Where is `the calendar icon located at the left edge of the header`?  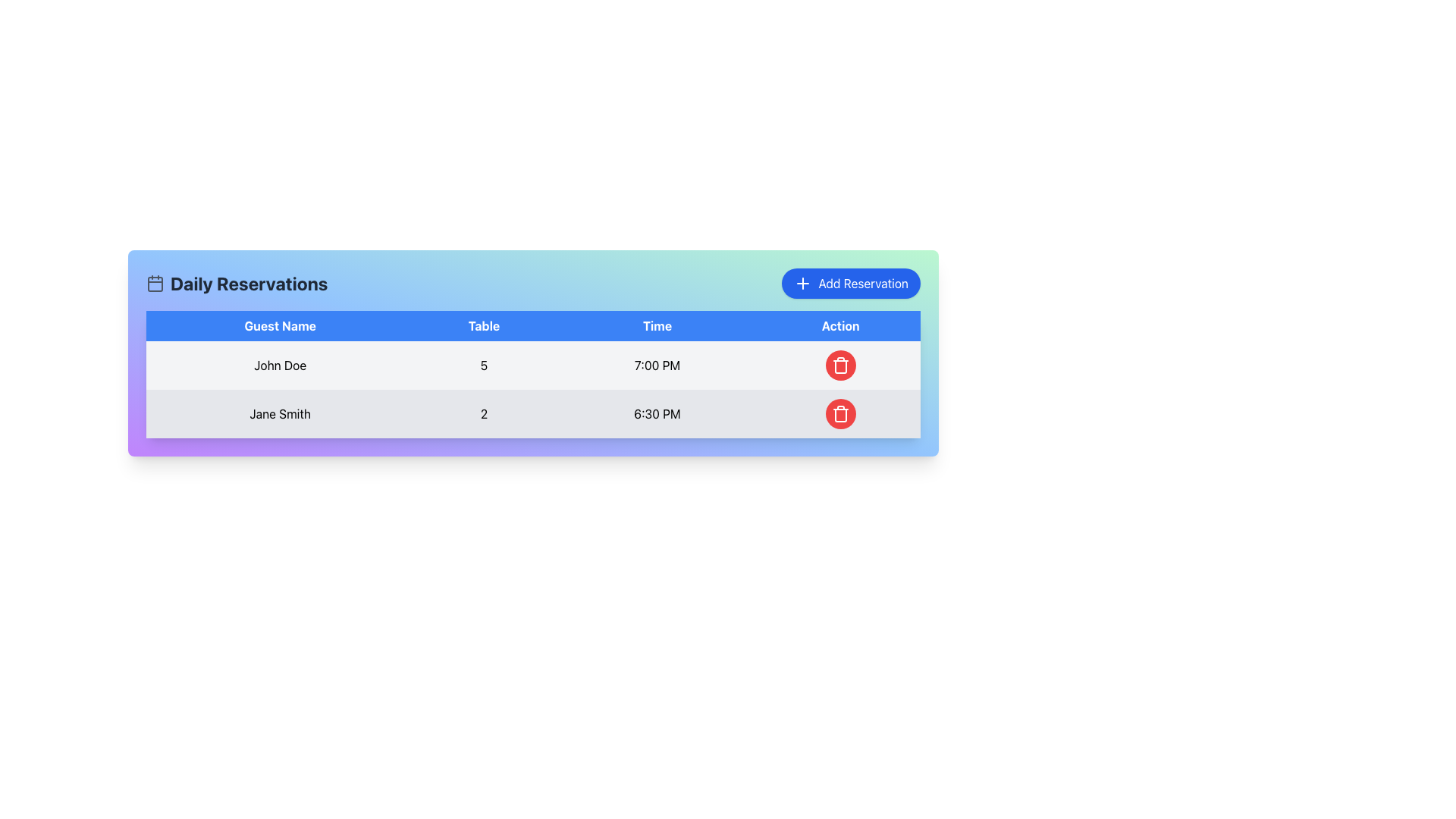 the calendar icon located at the left edge of the header is located at coordinates (155, 284).